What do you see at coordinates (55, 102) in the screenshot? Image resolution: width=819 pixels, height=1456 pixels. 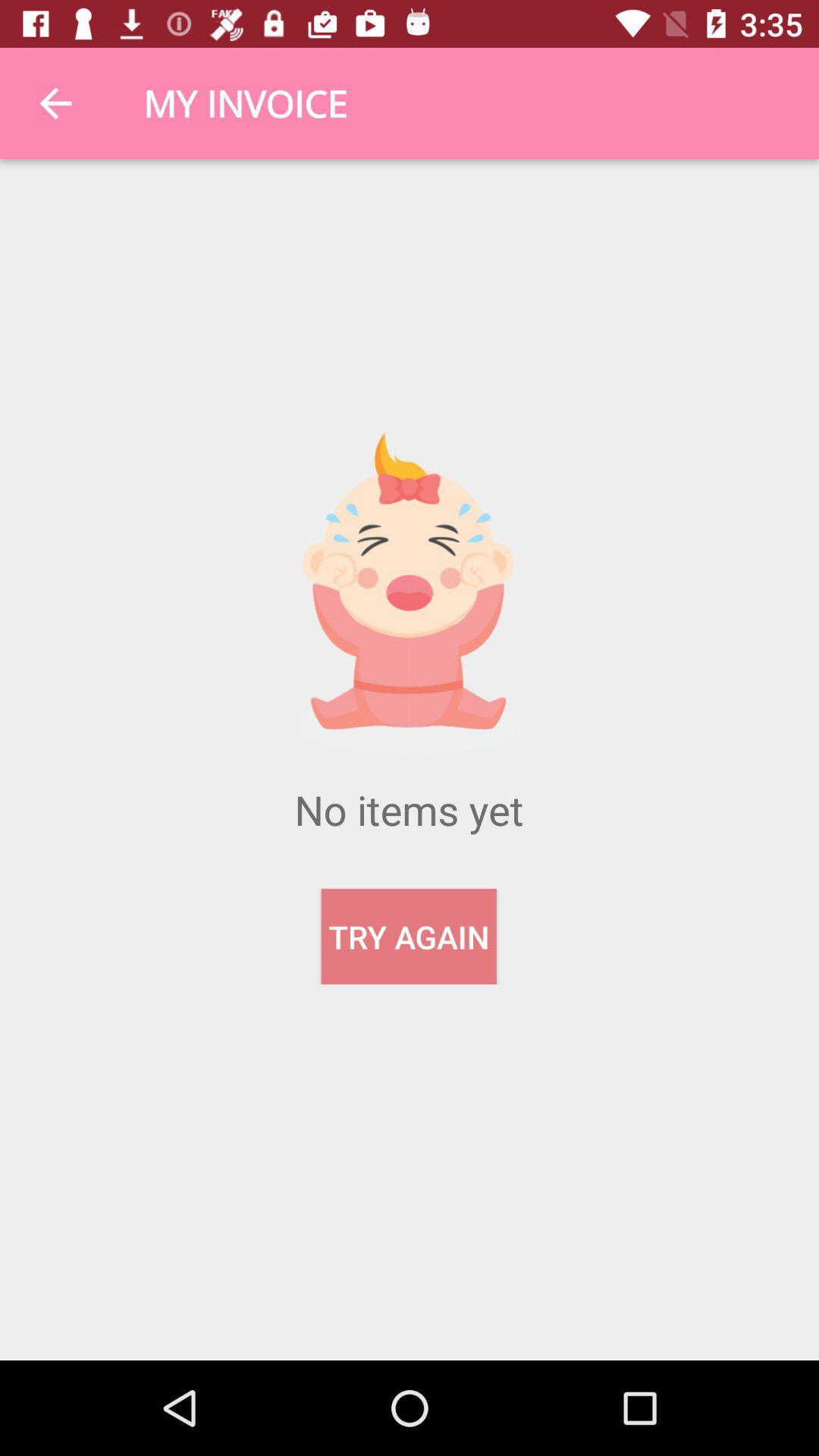 I see `the item next to my invoice` at bounding box center [55, 102].